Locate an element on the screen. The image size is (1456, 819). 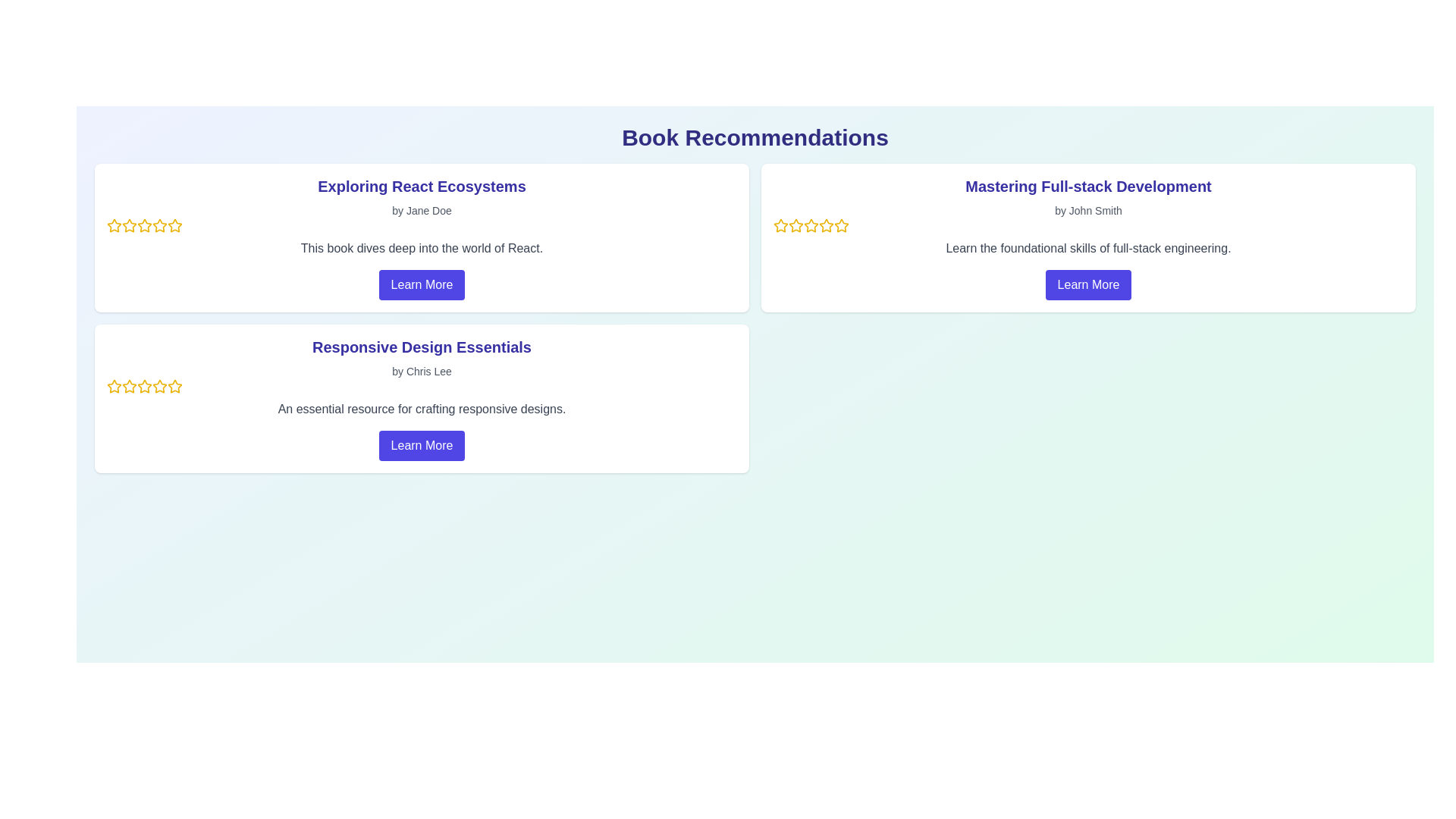
the first star icon in the rating system of the 'Mastering Full-stack Development' card, located in the top-right section just below the book title is located at coordinates (781, 225).